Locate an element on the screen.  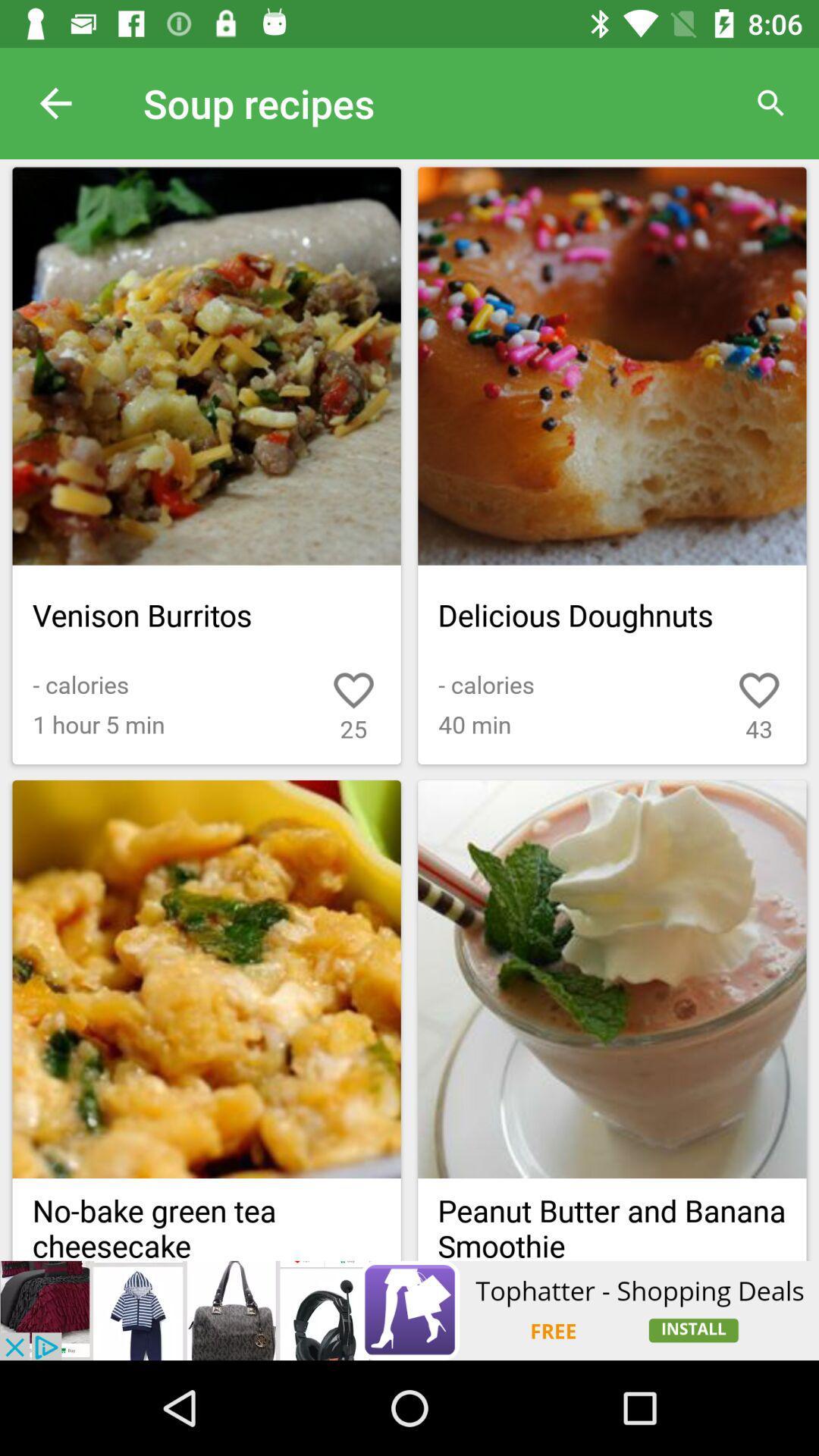
the text which is below to the second row first column image is located at coordinates (207, 1219).